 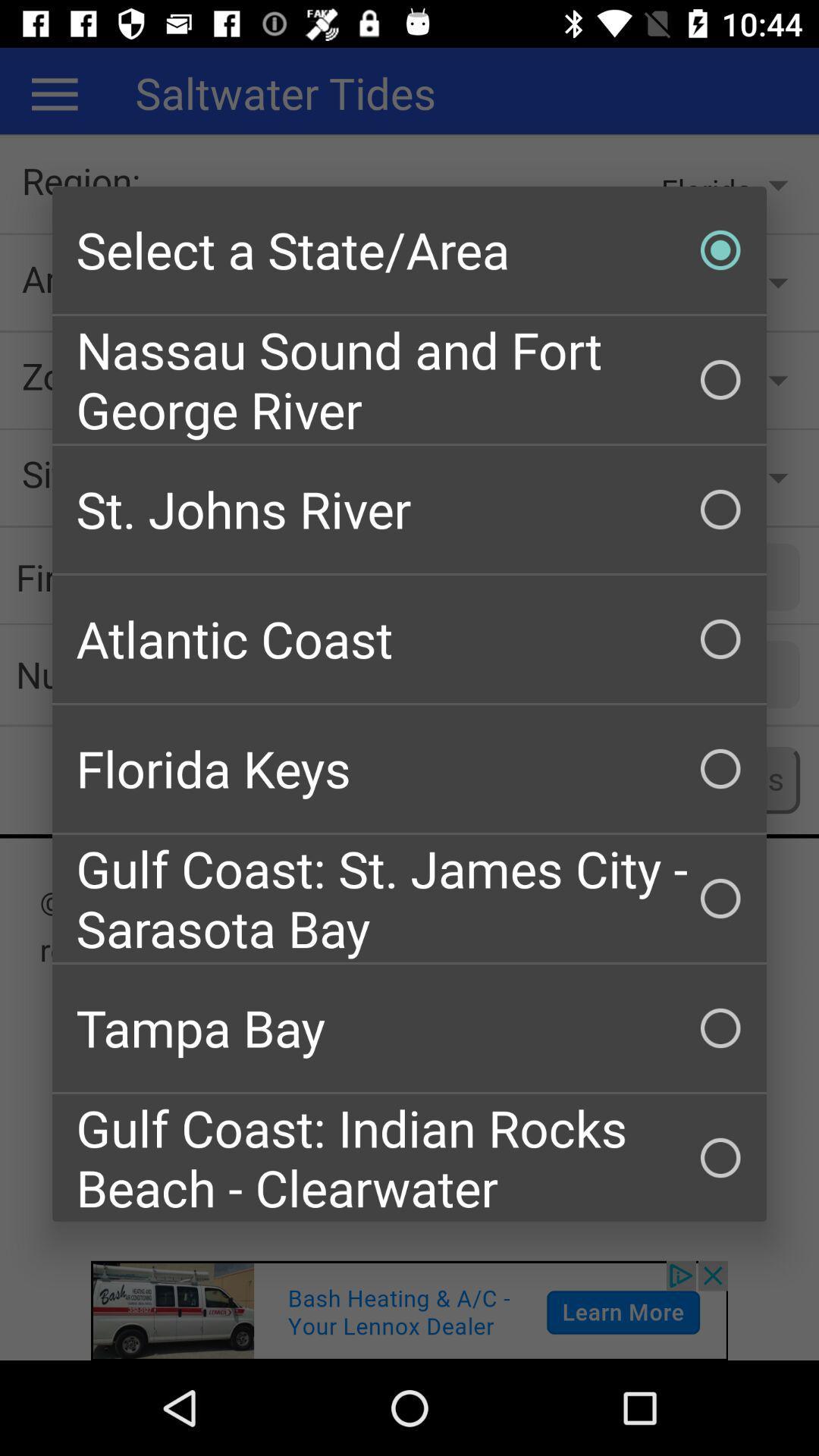 What do you see at coordinates (409, 639) in the screenshot?
I see `the atlantic coast checkbox` at bounding box center [409, 639].